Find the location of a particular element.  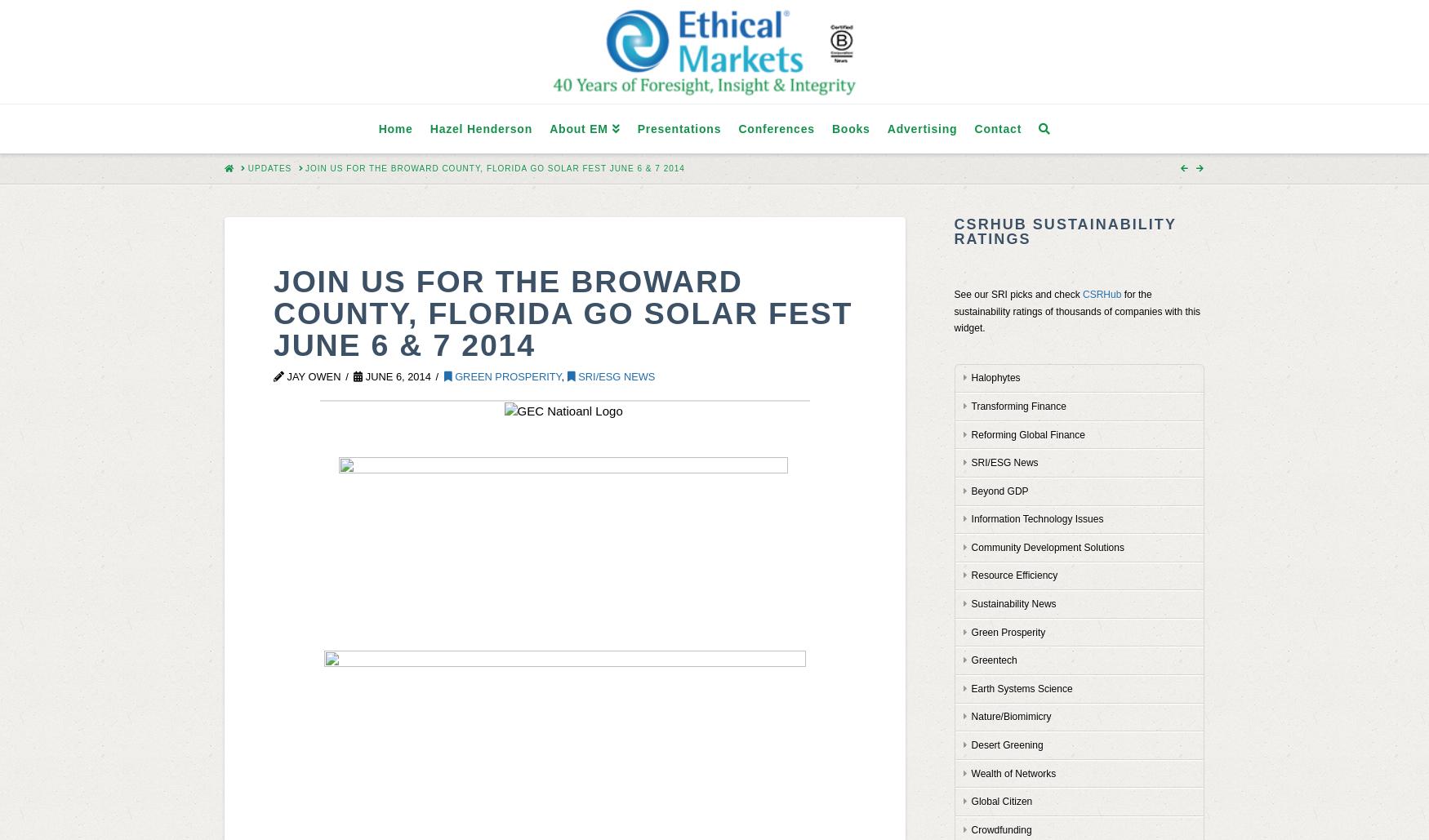

'Crowdfunding' is located at coordinates (1001, 829).